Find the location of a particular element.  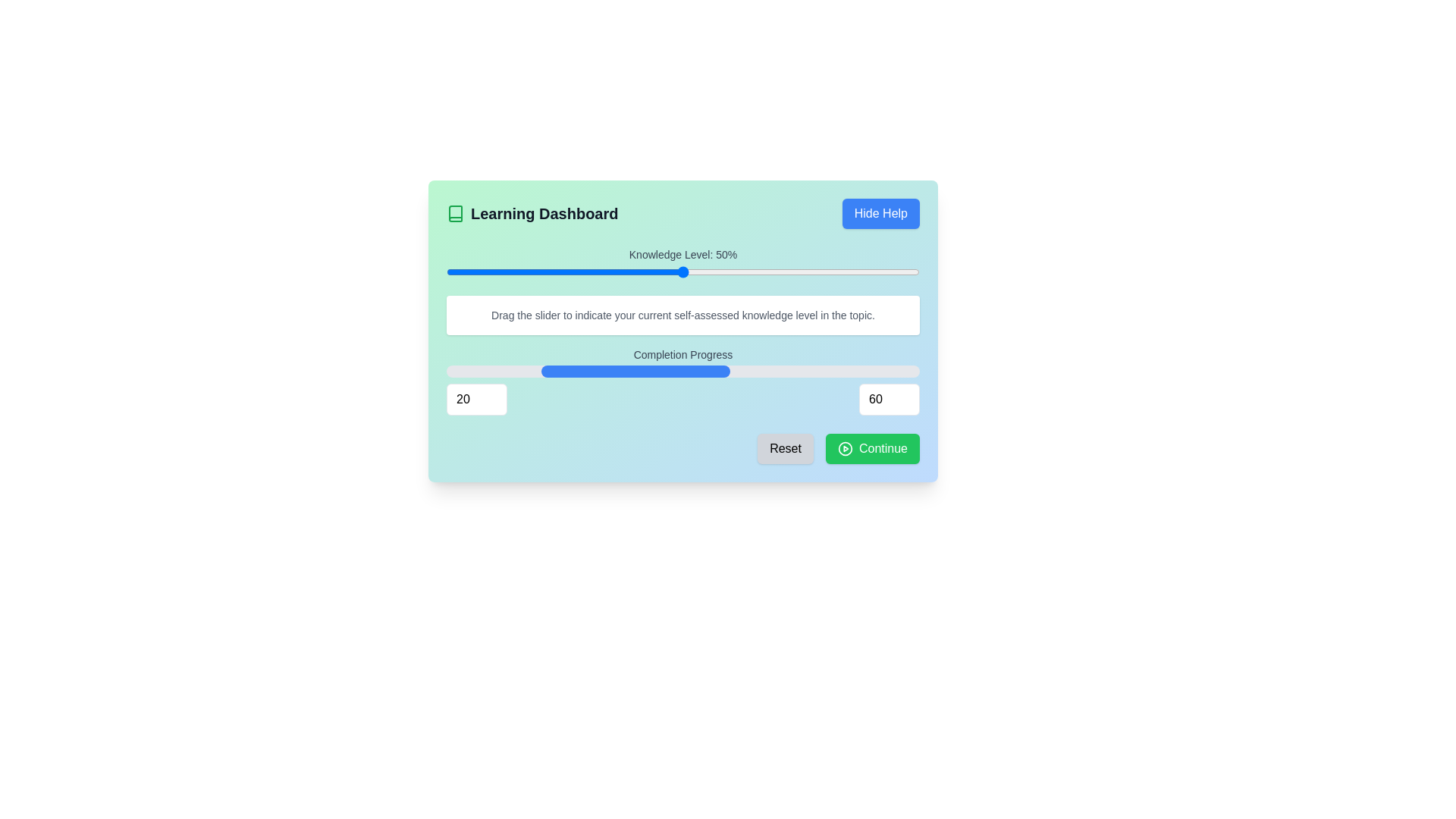

the Numeric Input Field displaying the value '60' in the bottom-right section of the 'Completion Progress' panel is located at coordinates (889, 399).